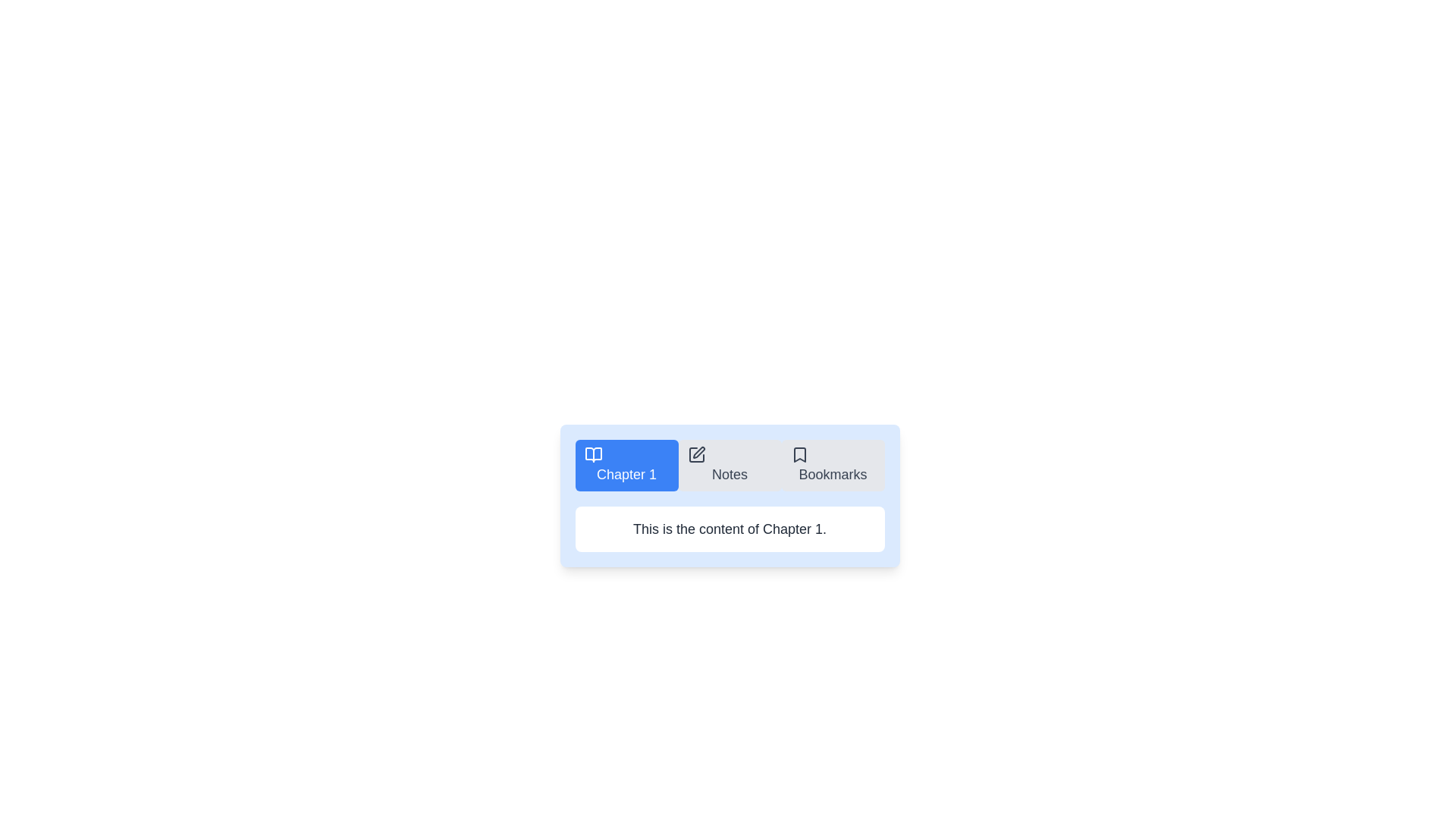  What do you see at coordinates (730, 464) in the screenshot?
I see `the Notes tab by clicking on its button` at bounding box center [730, 464].